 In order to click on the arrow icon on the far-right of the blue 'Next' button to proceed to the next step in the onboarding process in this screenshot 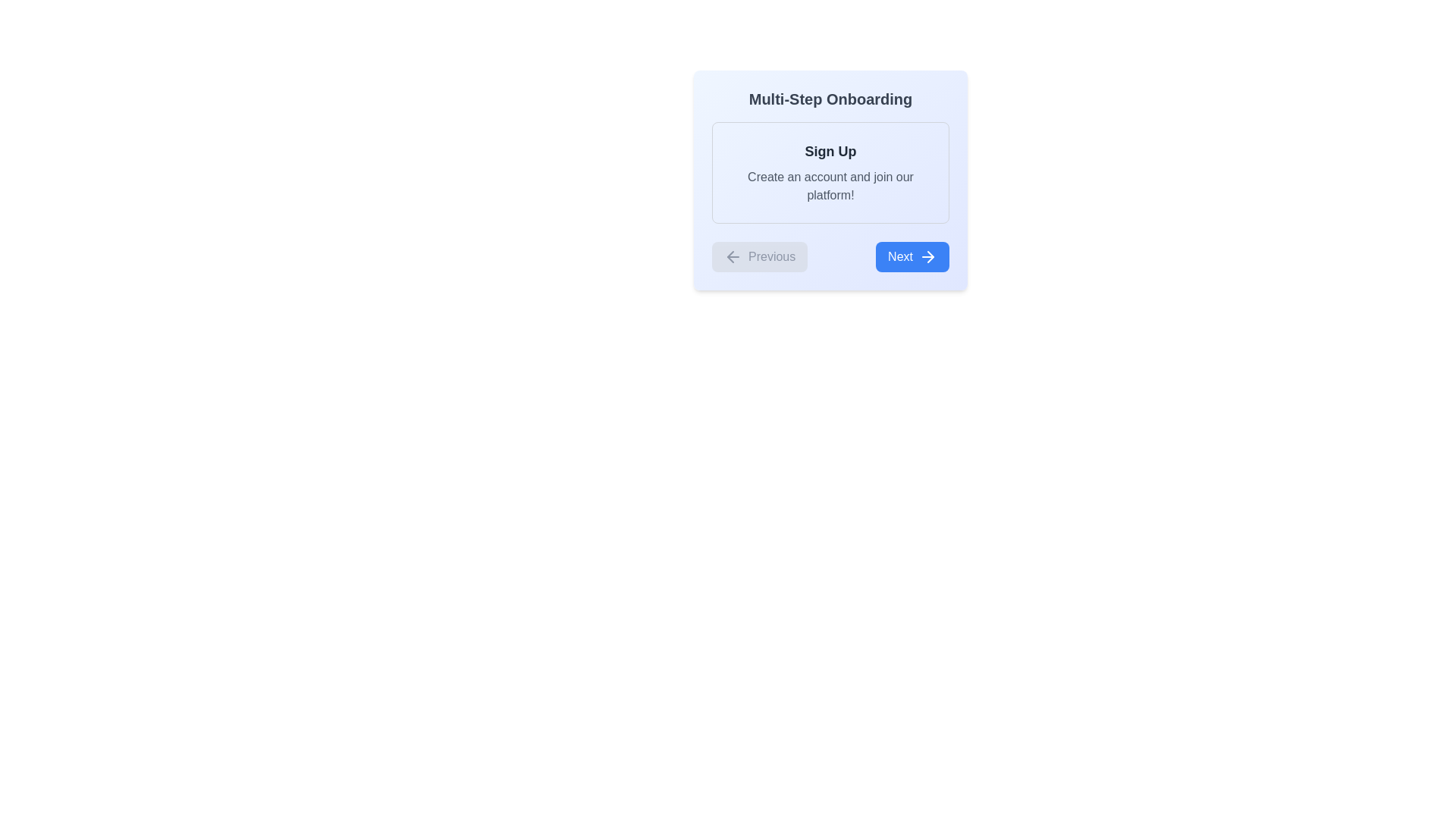, I will do `click(927, 256)`.